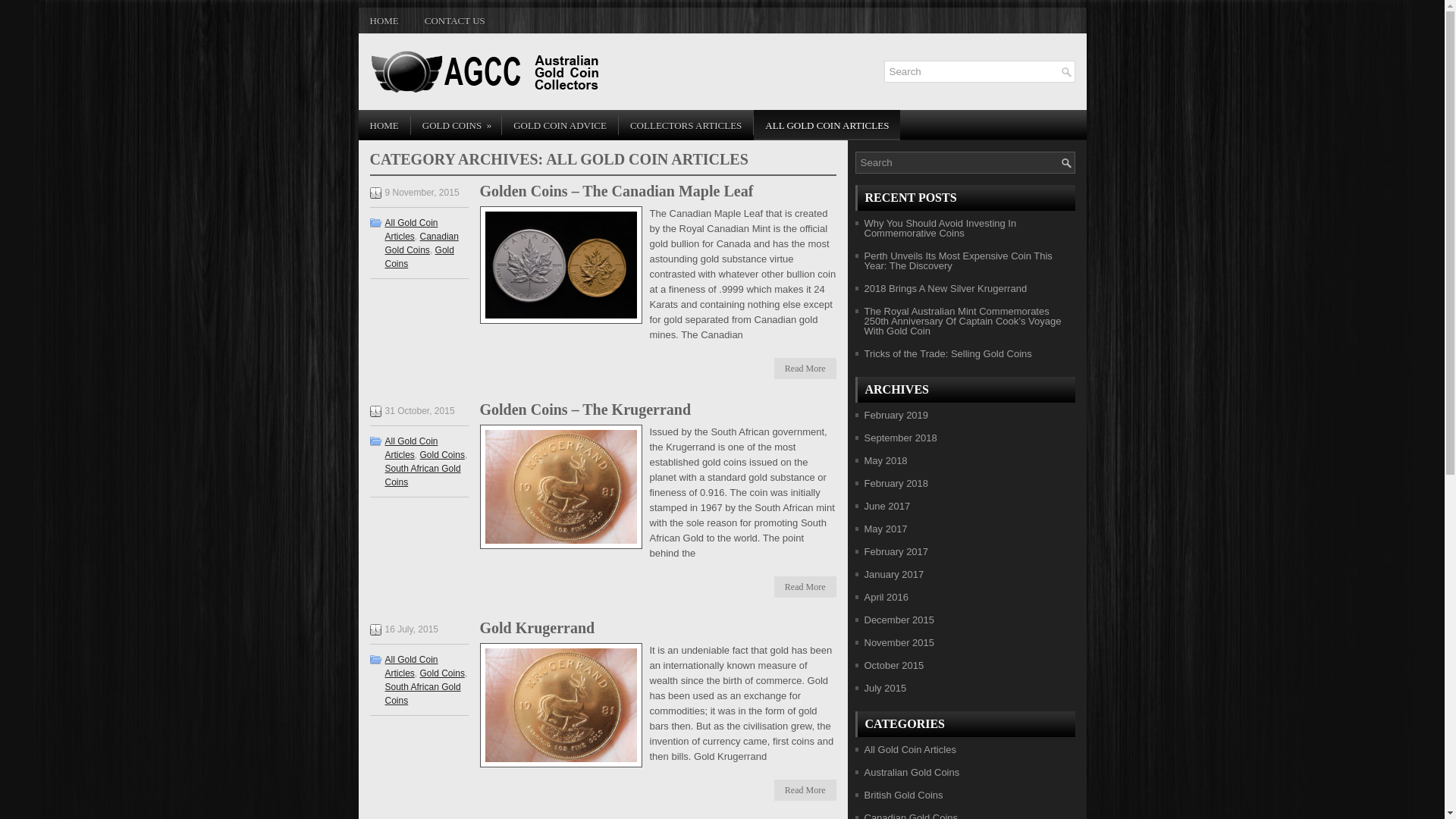 The height and width of the screenshot is (819, 1456). What do you see at coordinates (899, 620) in the screenshot?
I see `'December 2015'` at bounding box center [899, 620].